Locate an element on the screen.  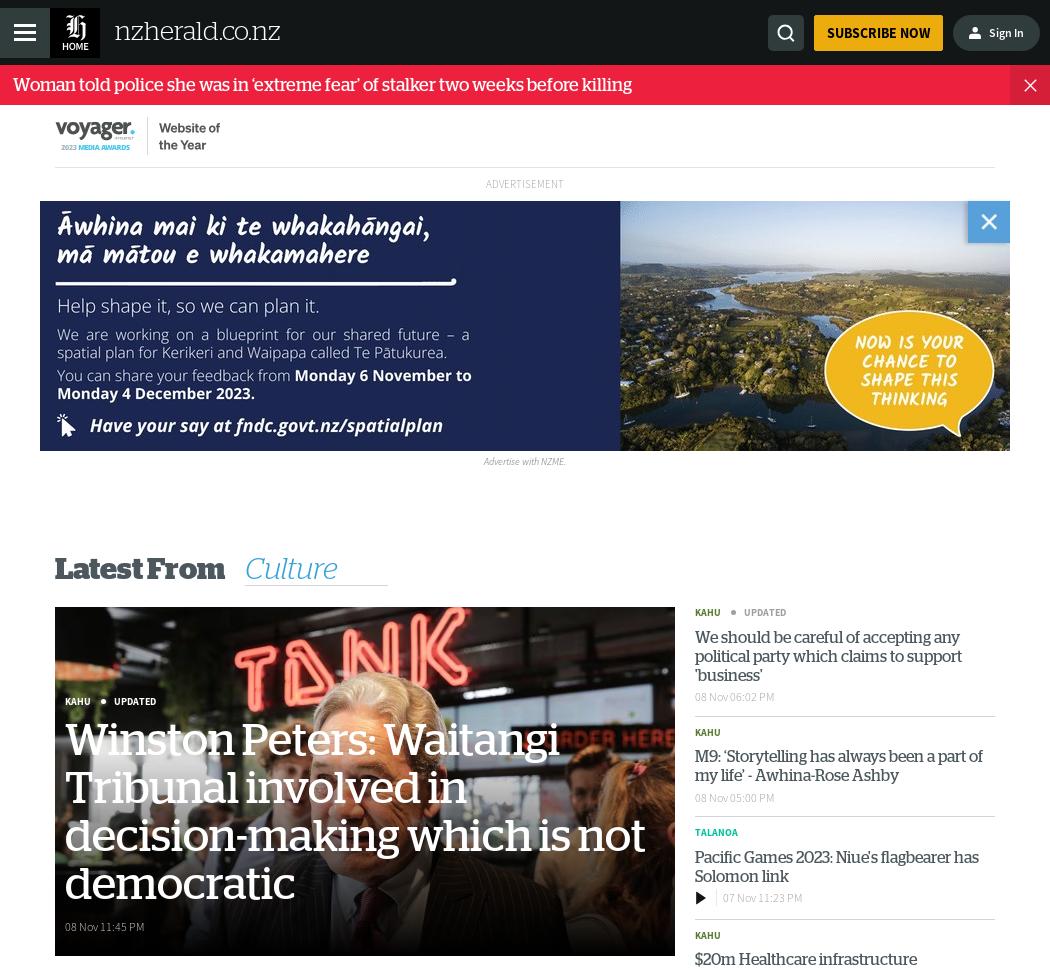
'Advertisement' is located at coordinates (525, 183).